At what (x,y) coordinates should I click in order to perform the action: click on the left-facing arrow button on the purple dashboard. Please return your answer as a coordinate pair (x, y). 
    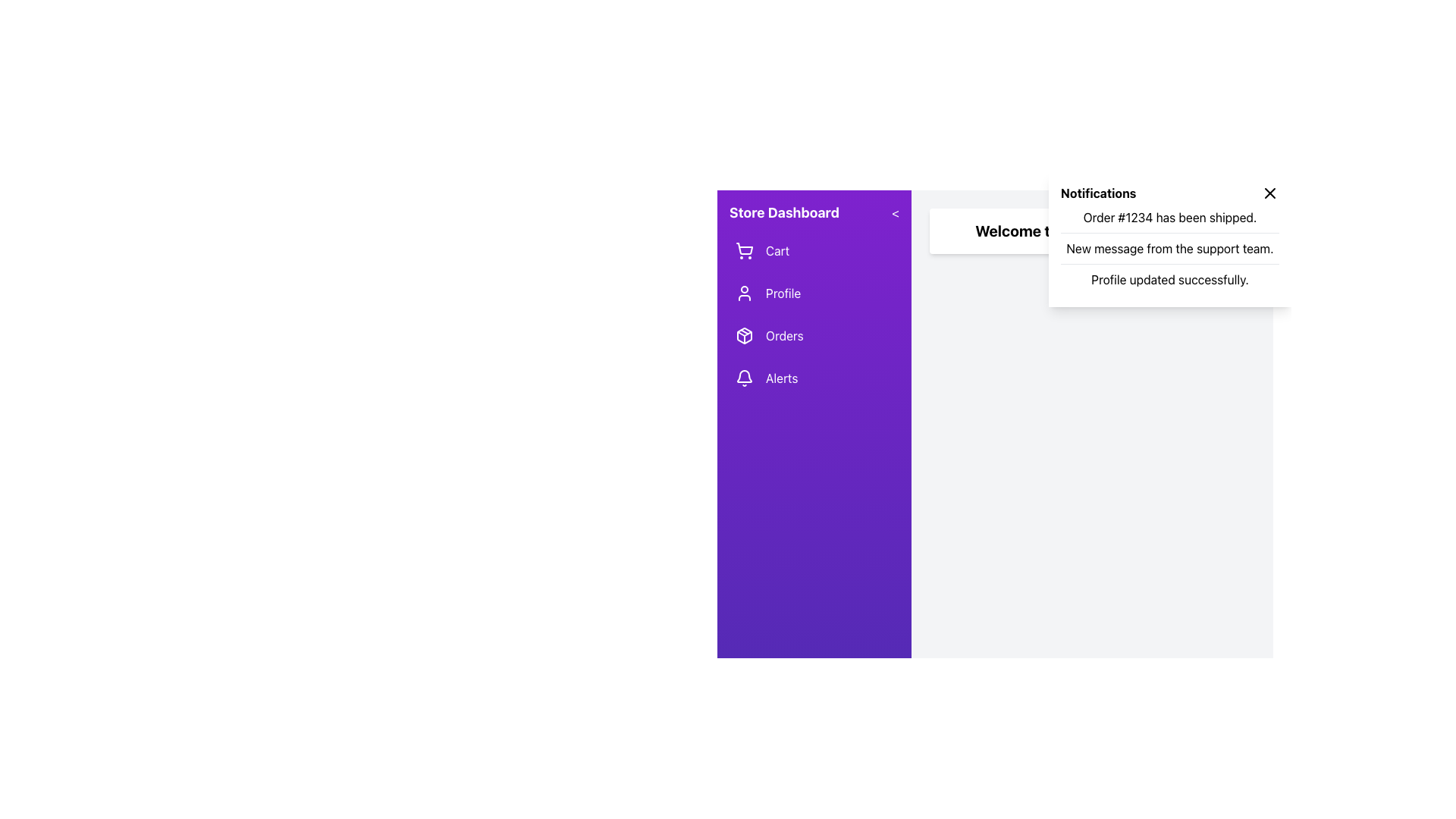
    Looking at the image, I should click on (896, 213).